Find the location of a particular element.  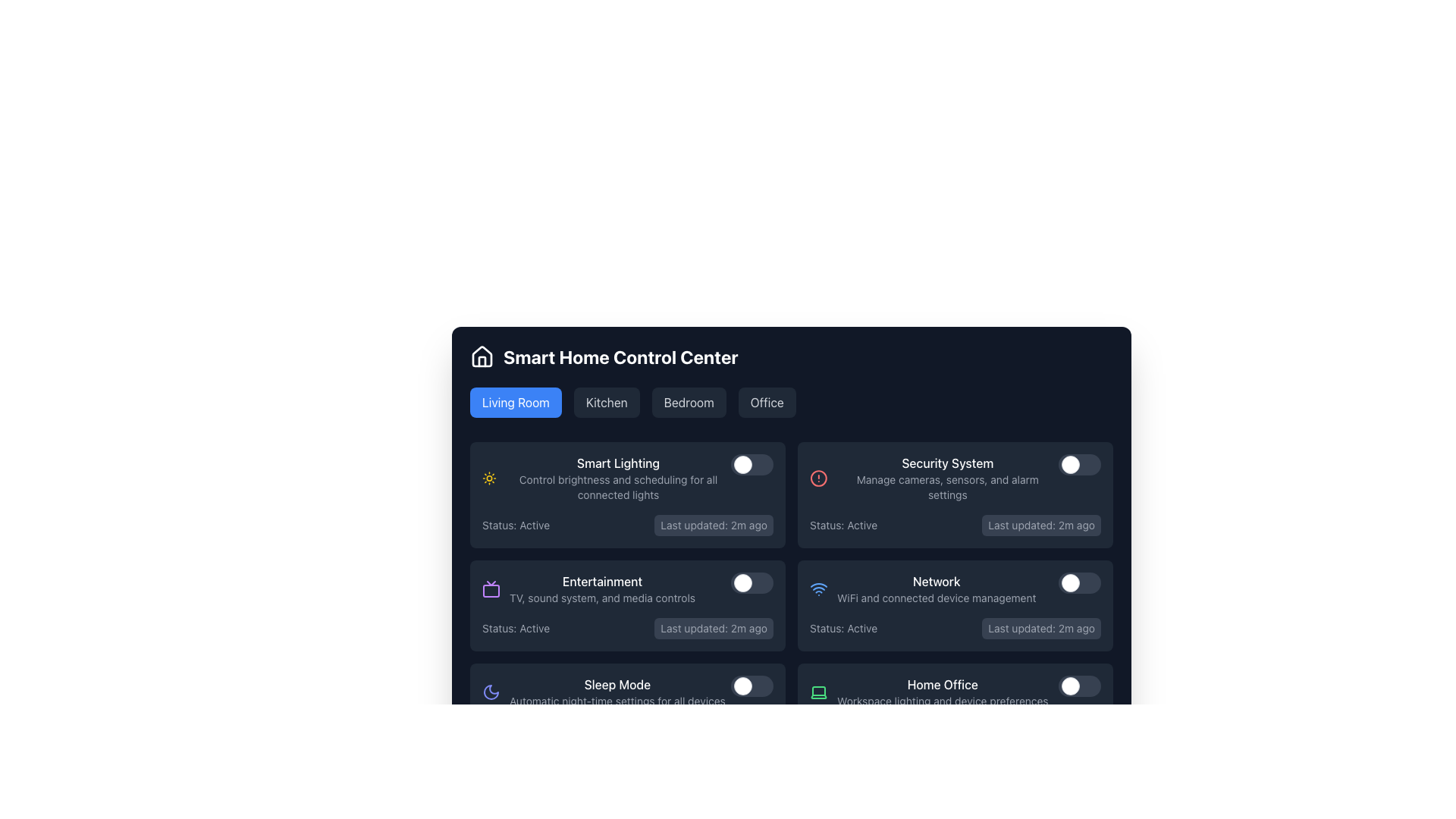

the 'Office' navigation button located in the horizontal navigation bar of the 'Smart Home Control Center' is located at coordinates (767, 402).